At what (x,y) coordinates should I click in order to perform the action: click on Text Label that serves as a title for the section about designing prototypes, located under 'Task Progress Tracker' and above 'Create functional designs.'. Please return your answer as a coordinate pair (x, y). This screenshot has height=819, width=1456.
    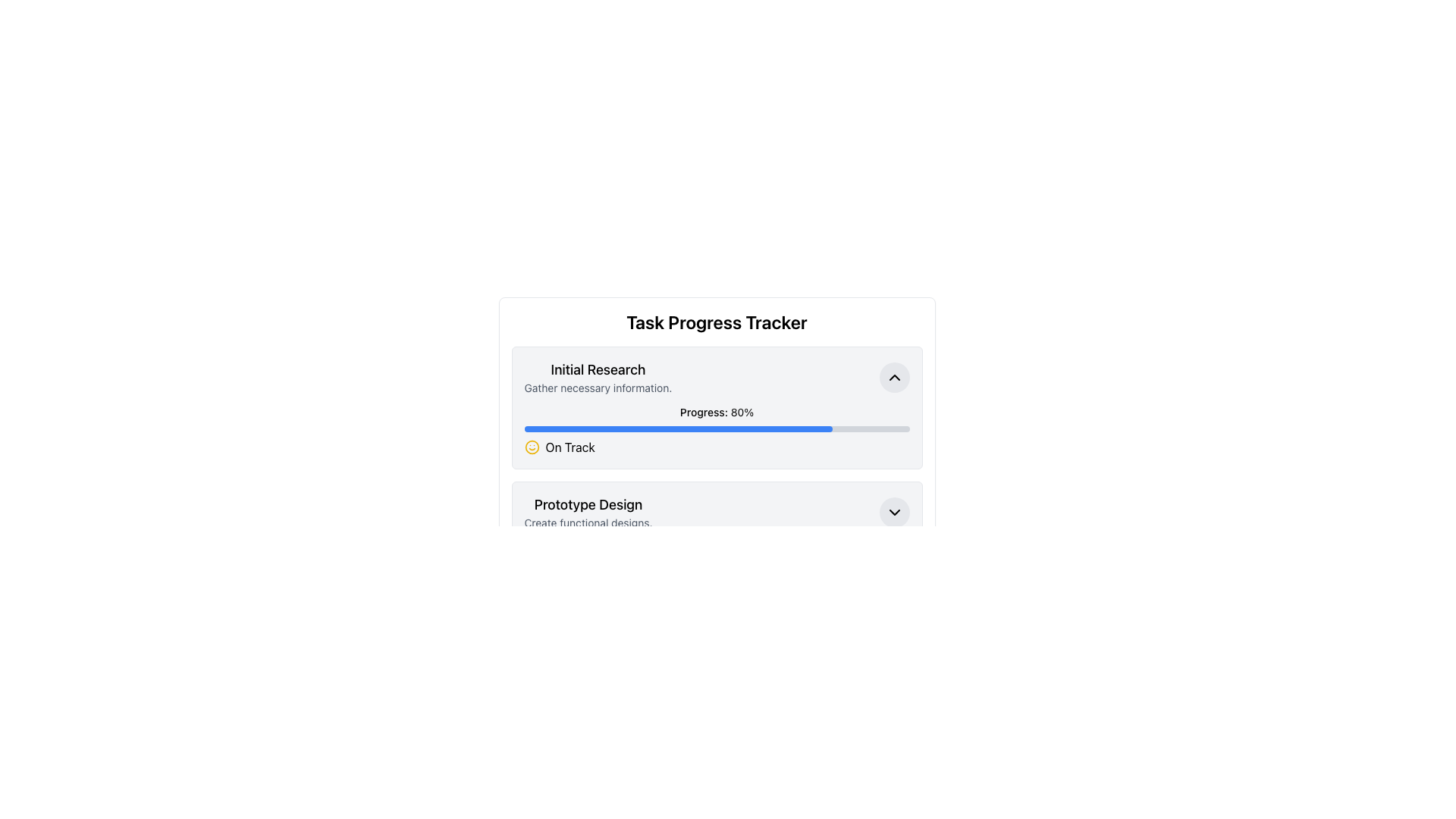
    Looking at the image, I should click on (588, 505).